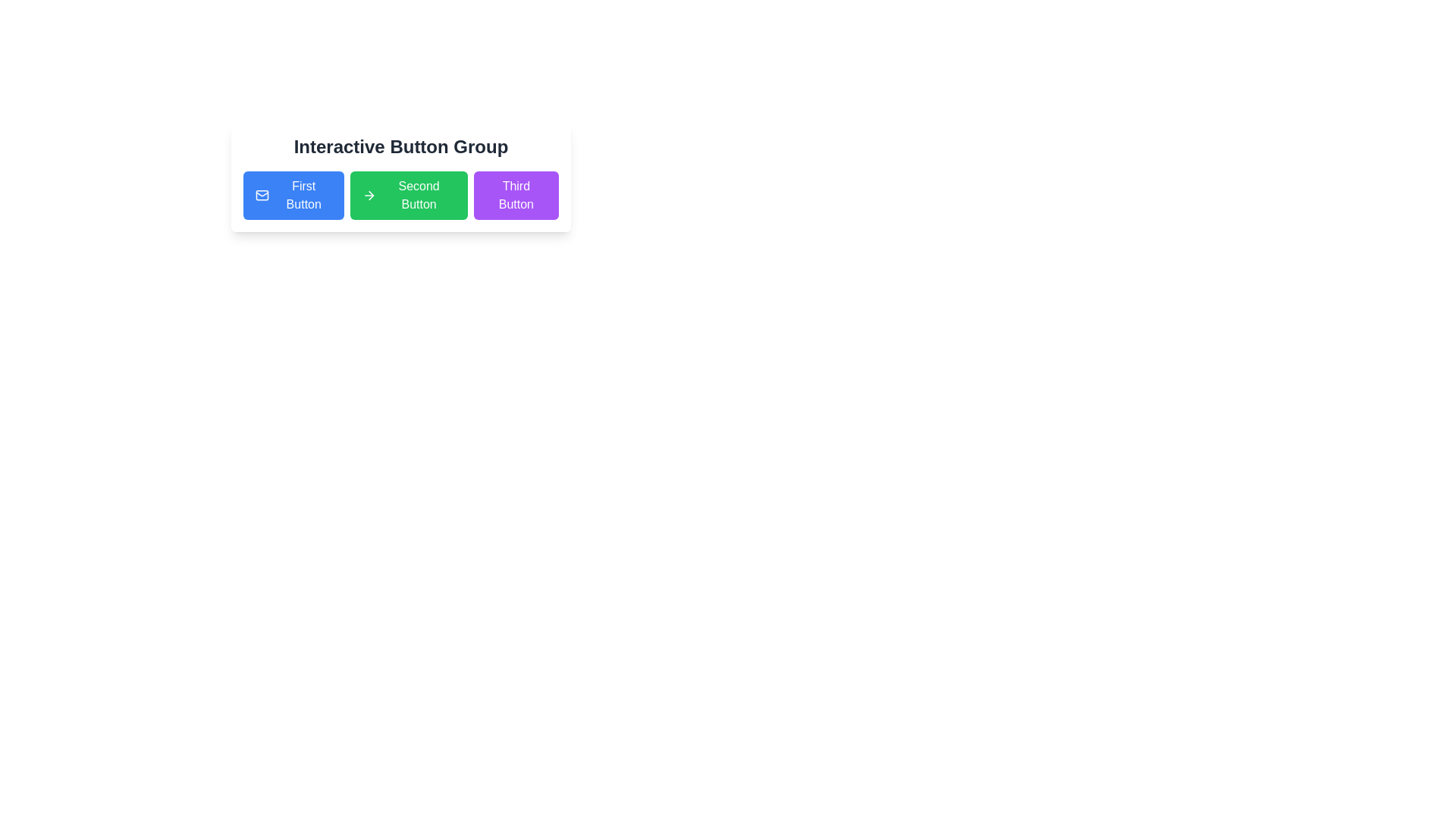 This screenshot has width=1456, height=819. I want to click on the 'Second Button', a green button with rounded corners that contains the text 'Second Button' and a right-pointing white arrow icon, so click(409, 195).